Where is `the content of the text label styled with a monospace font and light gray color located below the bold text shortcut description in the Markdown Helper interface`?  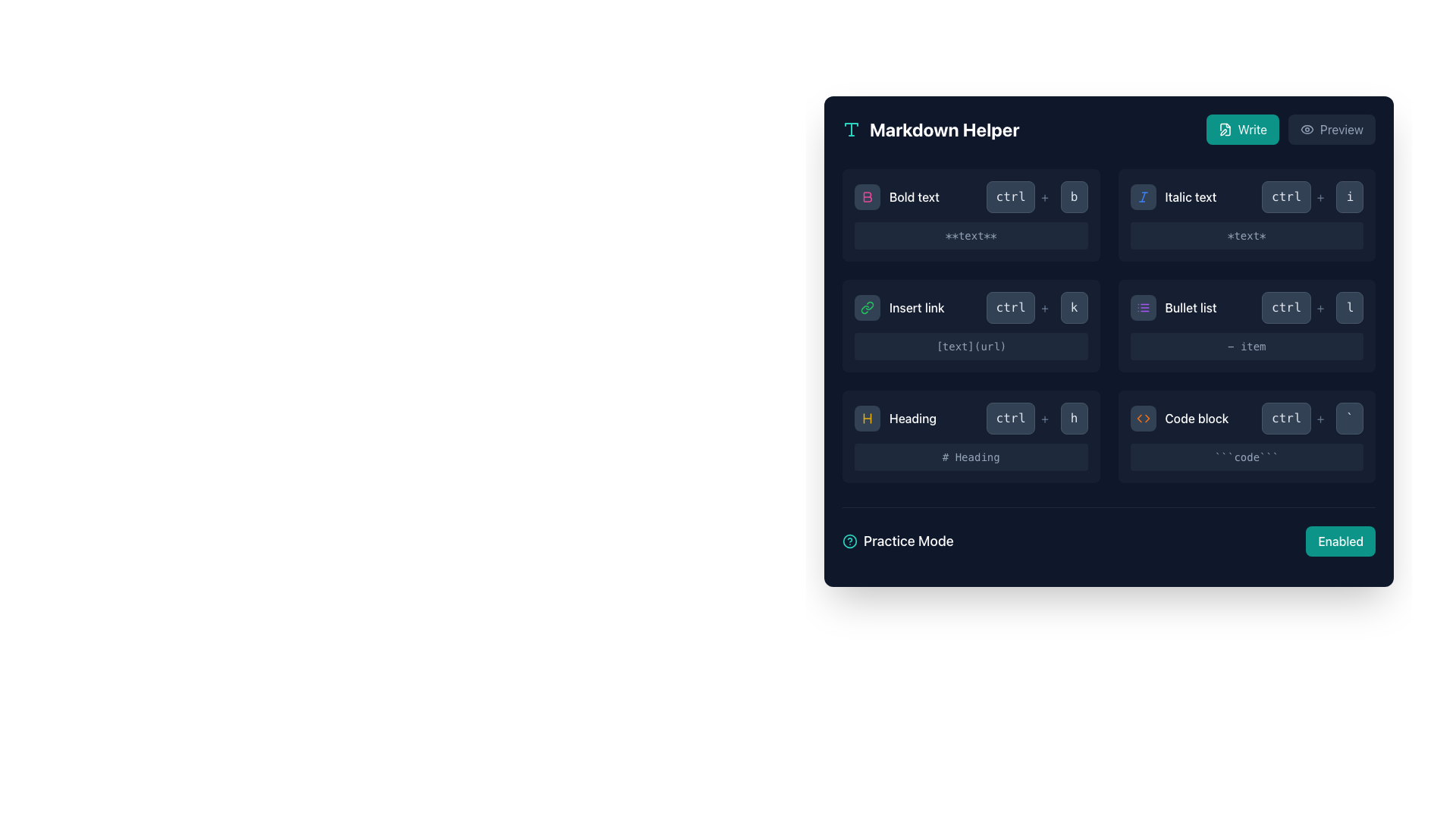 the content of the text label styled with a monospace font and light gray color located below the bold text shortcut description in the Markdown Helper interface is located at coordinates (971, 236).